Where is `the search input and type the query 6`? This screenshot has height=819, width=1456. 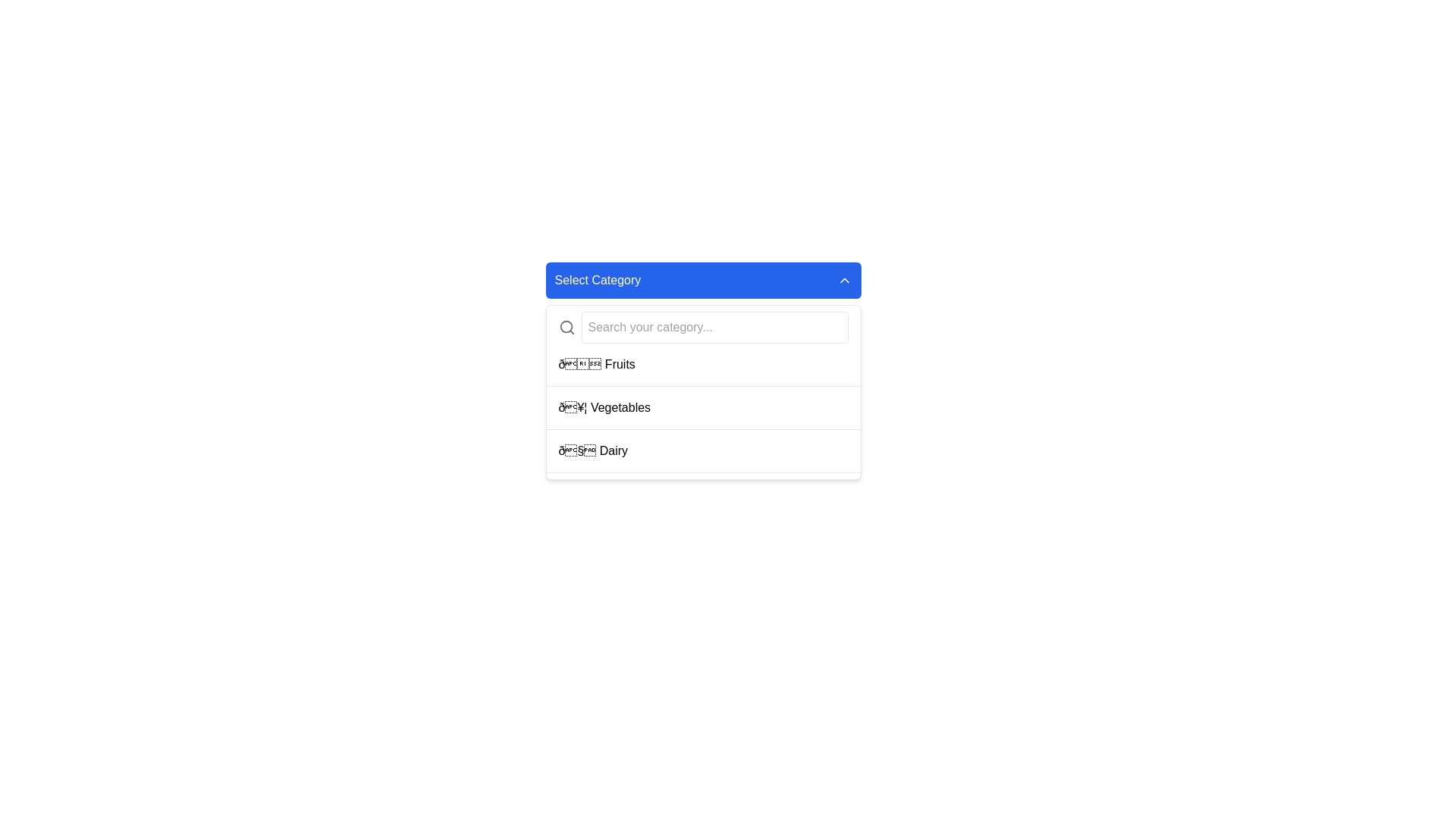
the search input and type the query 6 is located at coordinates (702, 327).